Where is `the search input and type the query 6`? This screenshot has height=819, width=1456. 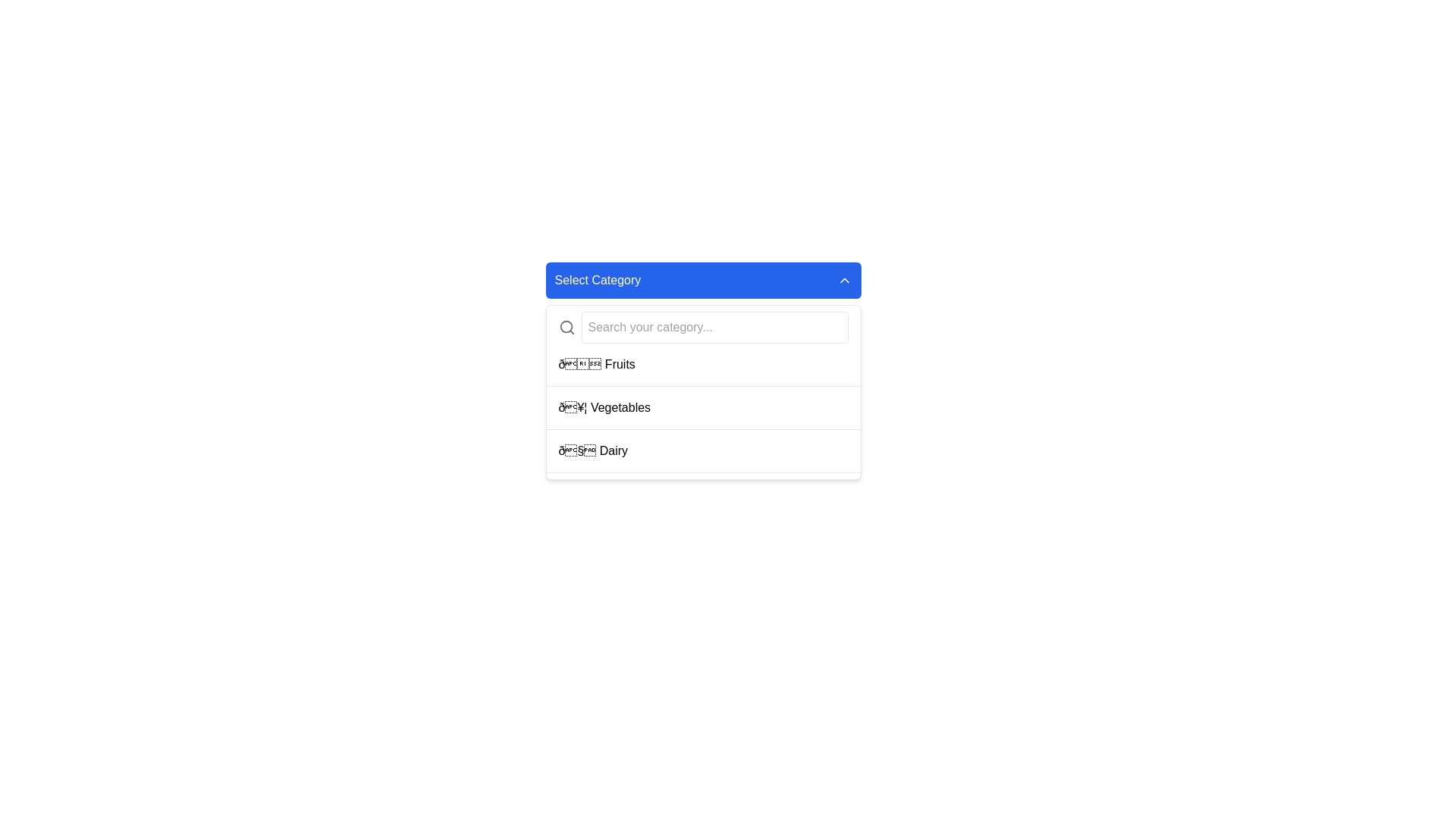
the search input and type the query 6 is located at coordinates (702, 327).